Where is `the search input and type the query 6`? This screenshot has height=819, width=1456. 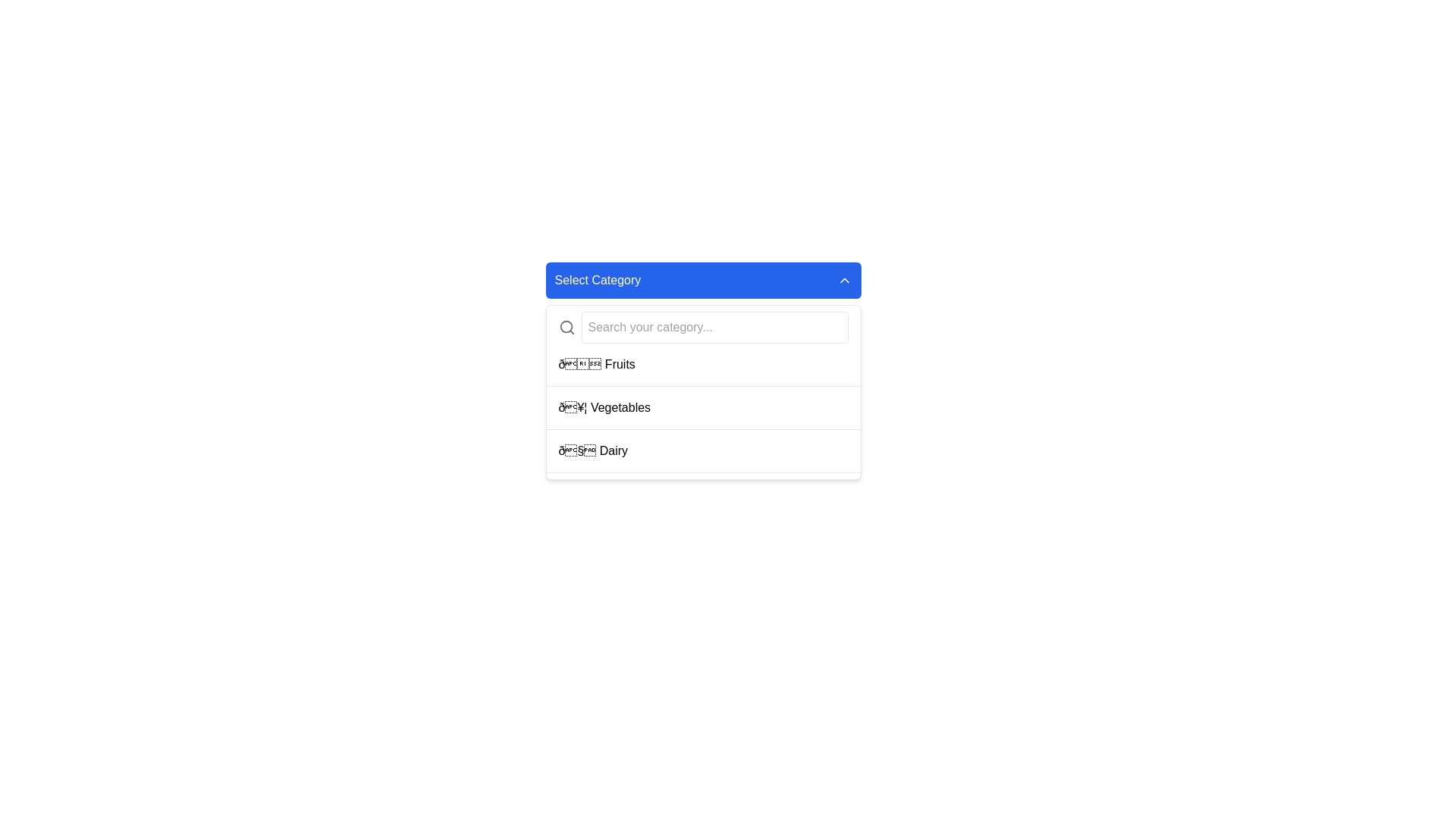
the search input and type the query 6 is located at coordinates (702, 327).